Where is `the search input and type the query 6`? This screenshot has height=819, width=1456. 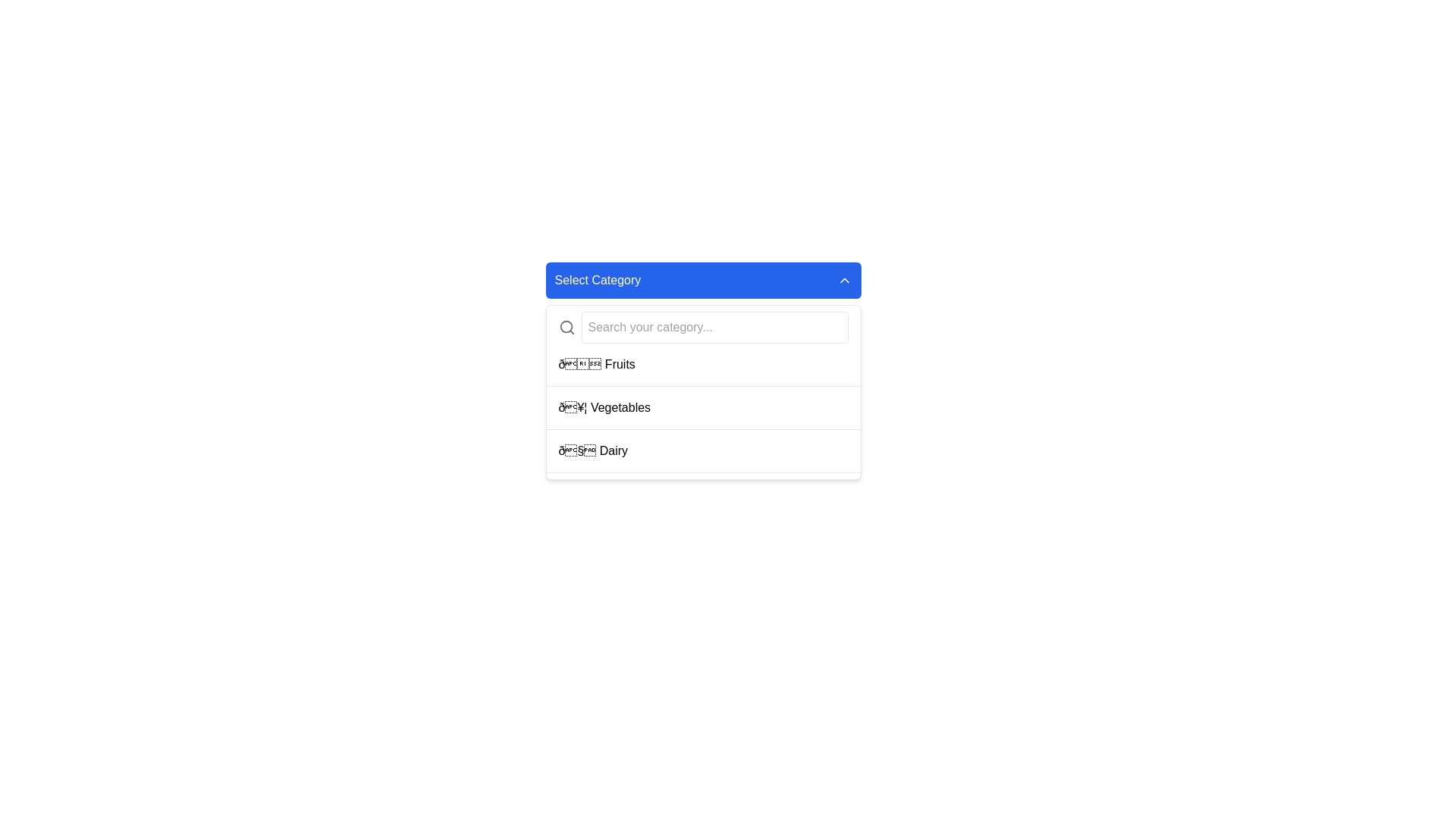
the search input and type the query 6 is located at coordinates (702, 327).